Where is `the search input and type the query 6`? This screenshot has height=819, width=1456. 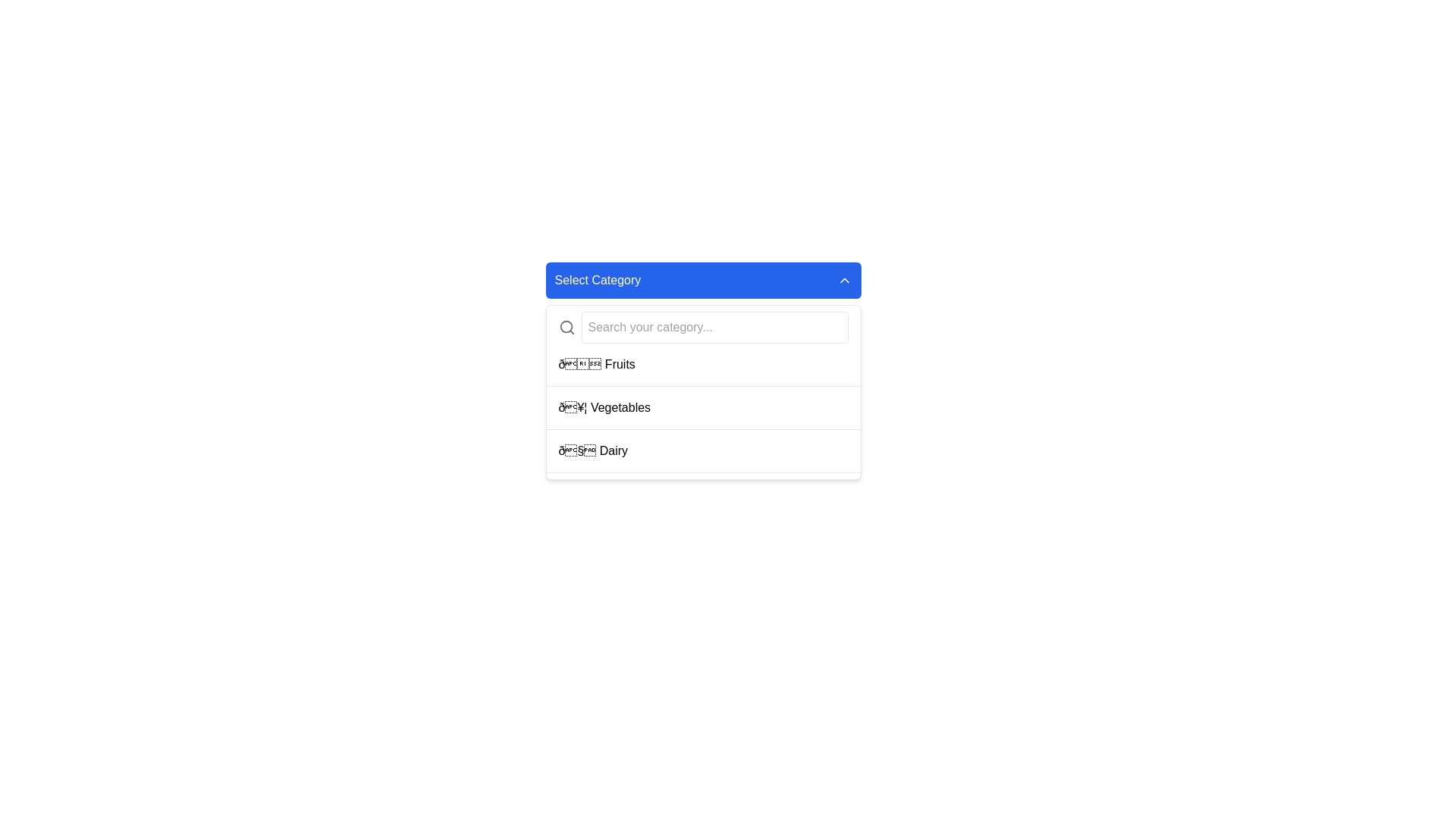
the search input and type the query 6 is located at coordinates (702, 327).